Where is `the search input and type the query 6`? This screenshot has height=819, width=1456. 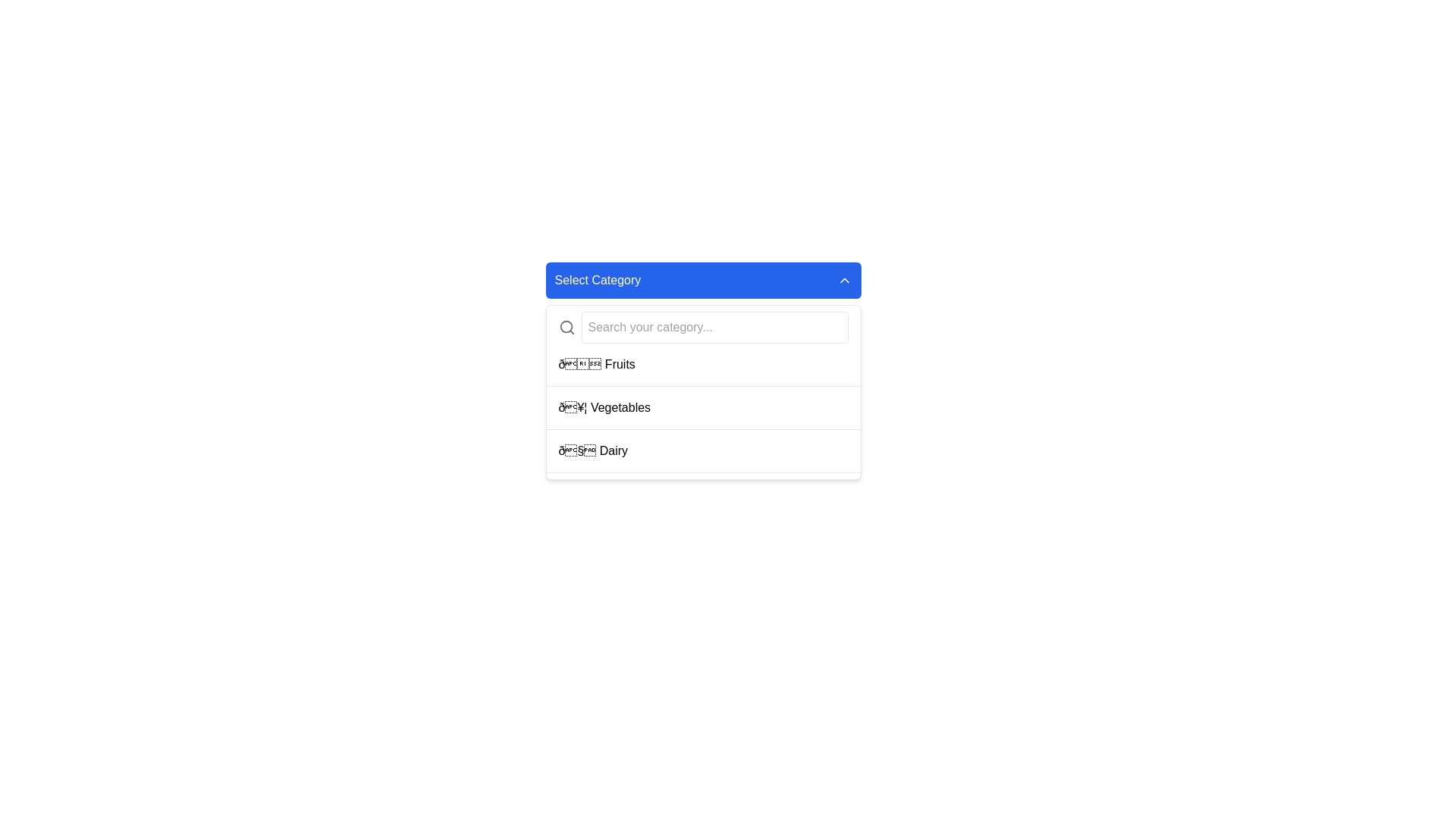
the search input and type the query 6 is located at coordinates (702, 327).